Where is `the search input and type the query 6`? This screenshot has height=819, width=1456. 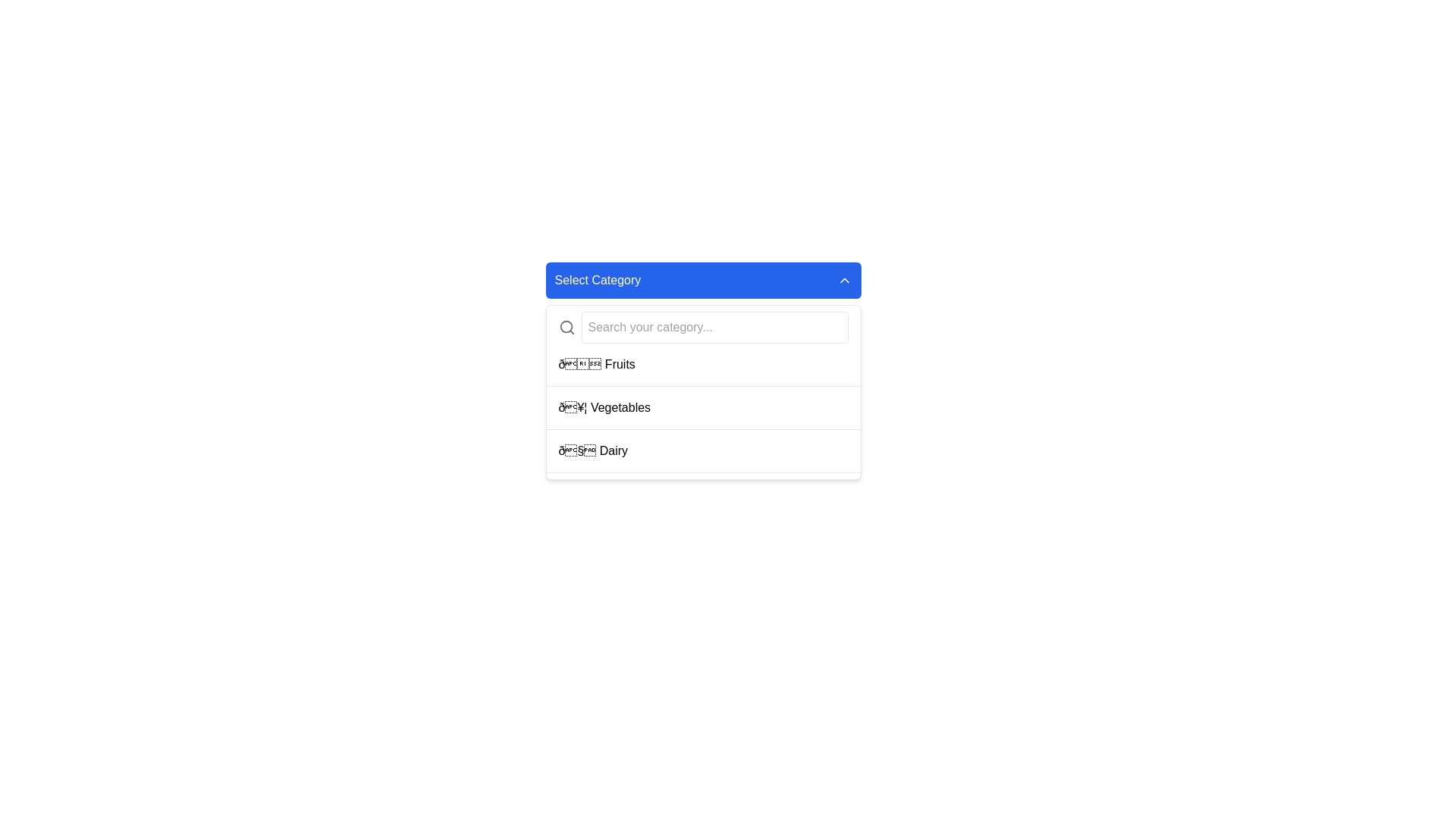
the search input and type the query 6 is located at coordinates (702, 327).